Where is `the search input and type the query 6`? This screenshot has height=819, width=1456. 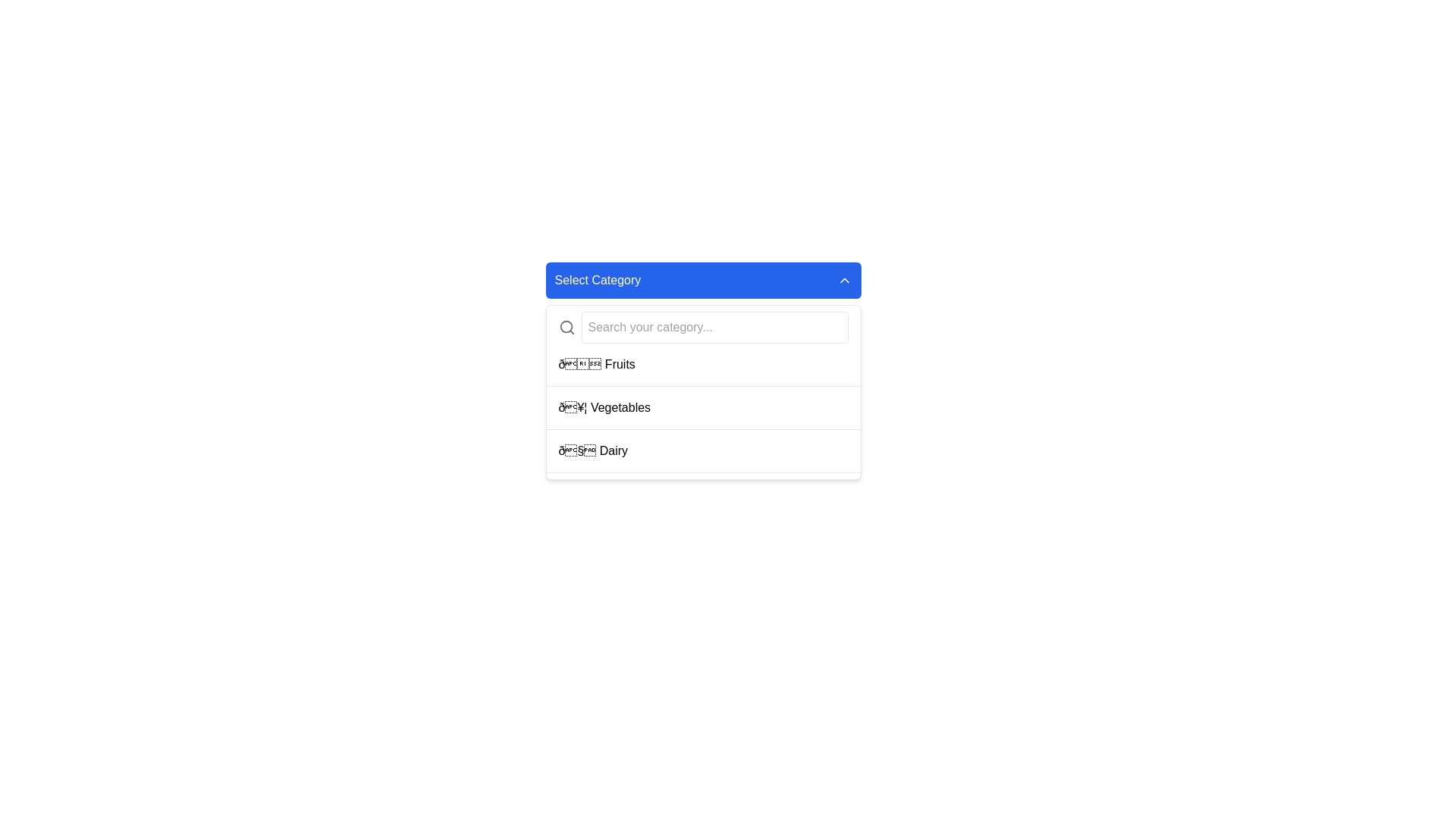
the search input and type the query 6 is located at coordinates (702, 327).